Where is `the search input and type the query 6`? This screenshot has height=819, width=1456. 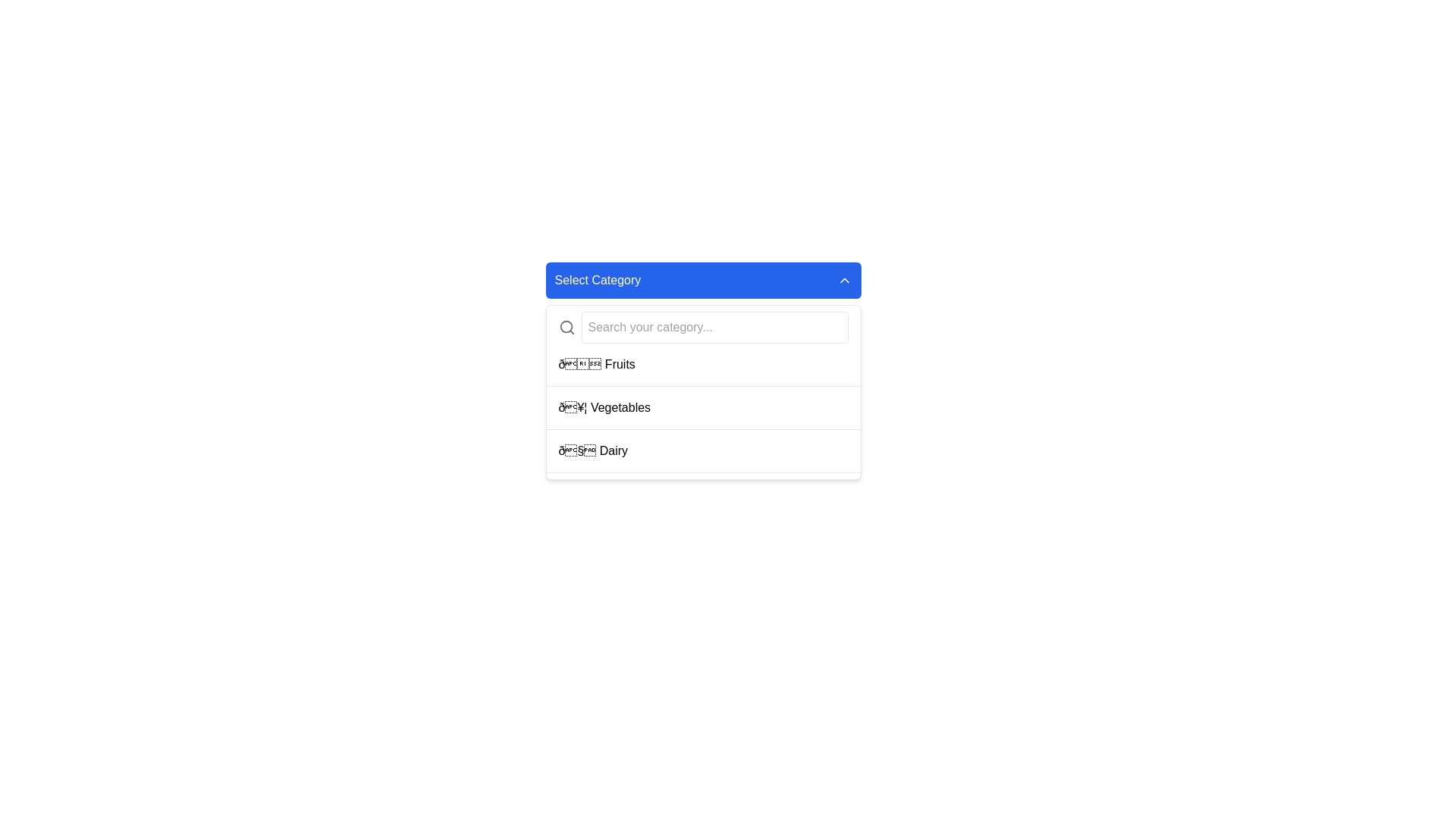
the search input and type the query 6 is located at coordinates (702, 327).